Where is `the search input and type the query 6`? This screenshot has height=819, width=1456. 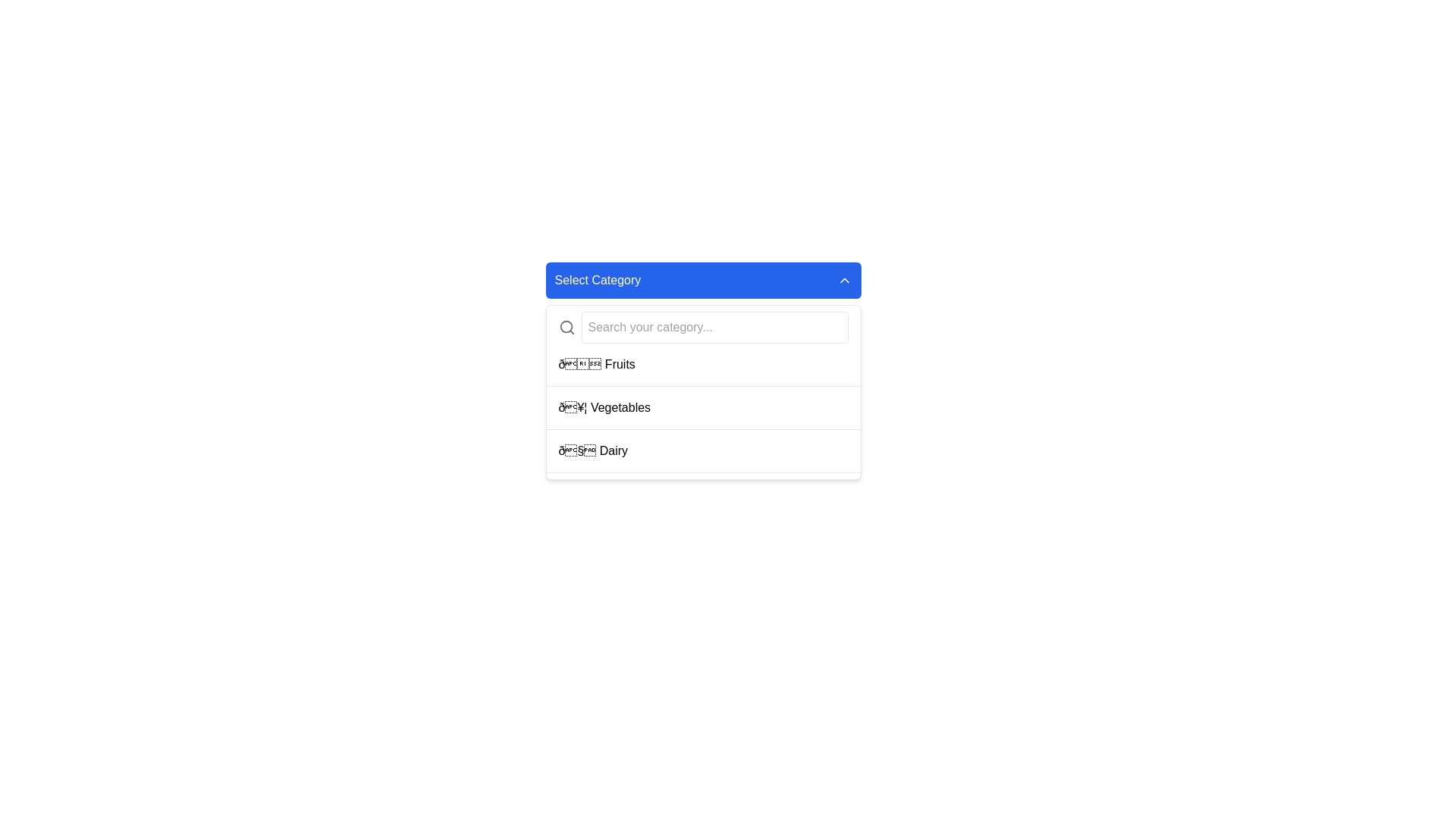
the search input and type the query 6 is located at coordinates (702, 327).